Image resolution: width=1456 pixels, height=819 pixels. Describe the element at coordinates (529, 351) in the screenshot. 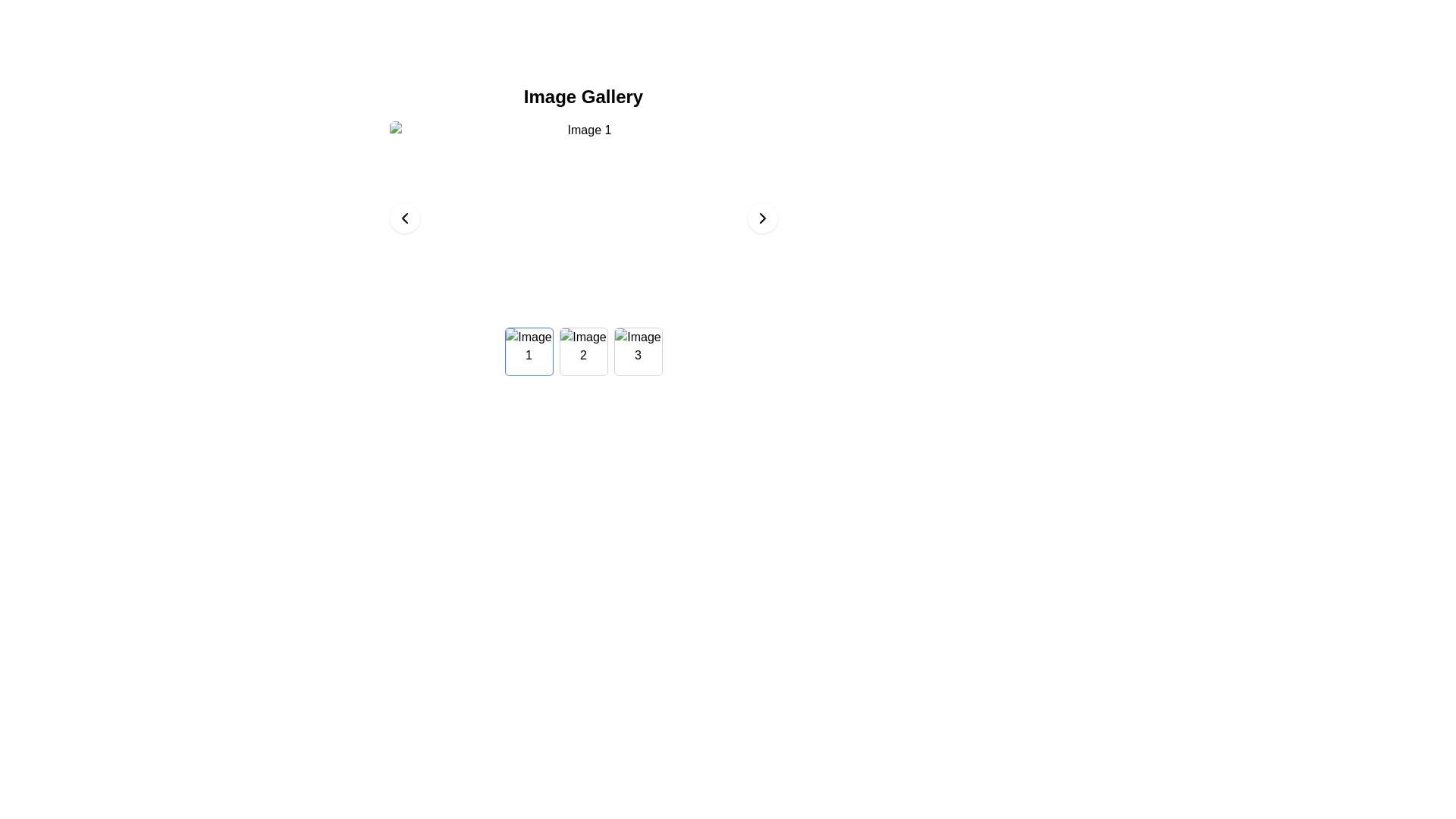

I see `the leftmost thumbnail in the horizontal image gallery below the title 'Image Gallery'` at that location.